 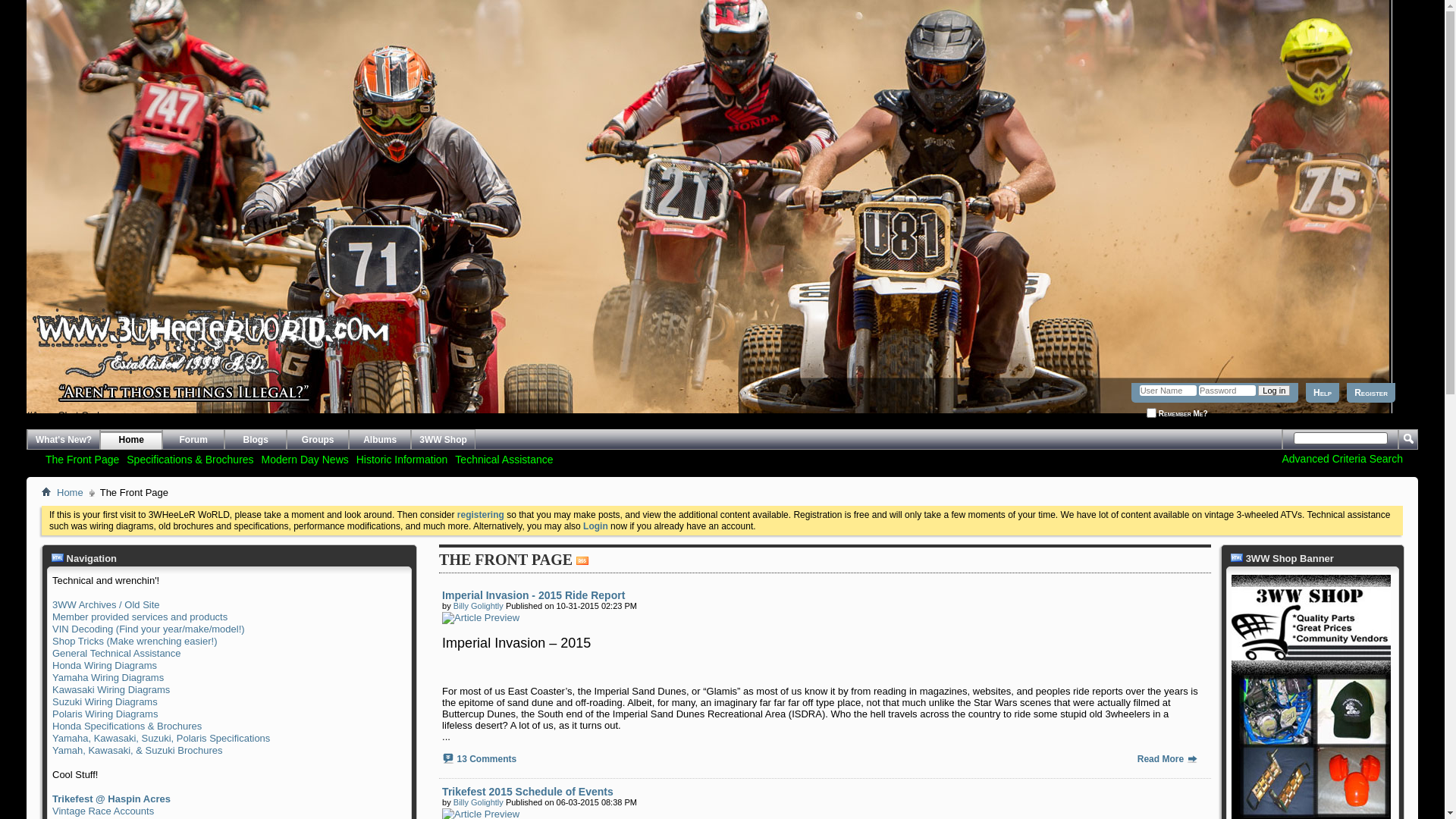 I want to click on '3WW Archives / Old Site', so click(x=52, y=604).